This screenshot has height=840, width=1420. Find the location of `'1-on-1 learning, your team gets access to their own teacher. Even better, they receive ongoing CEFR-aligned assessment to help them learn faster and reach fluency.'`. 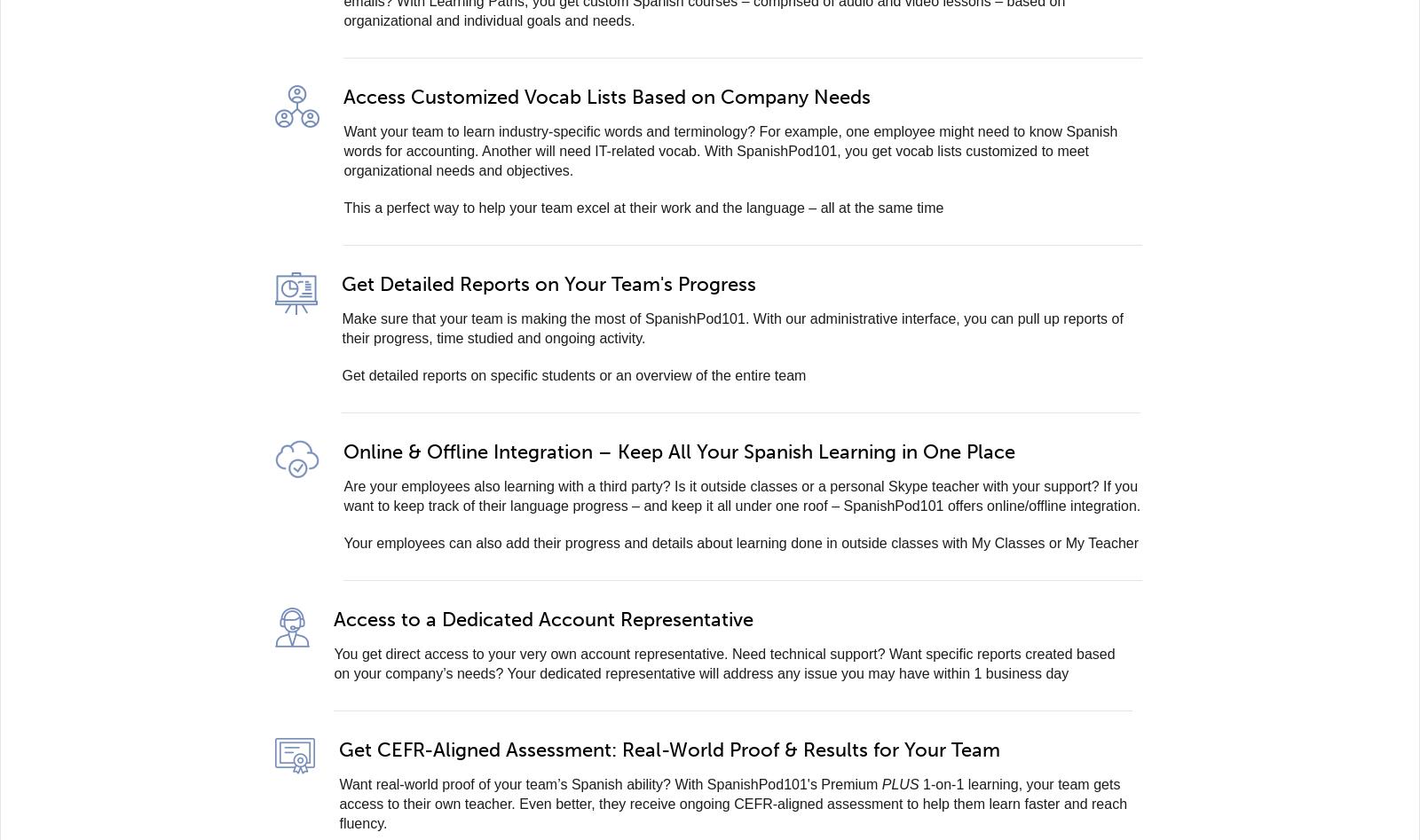

'1-on-1 learning, your team gets access to their own teacher. Even better, they receive ongoing CEFR-aligned assessment to help them learn faster and reach fluency.' is located at coordinates (731, 803).